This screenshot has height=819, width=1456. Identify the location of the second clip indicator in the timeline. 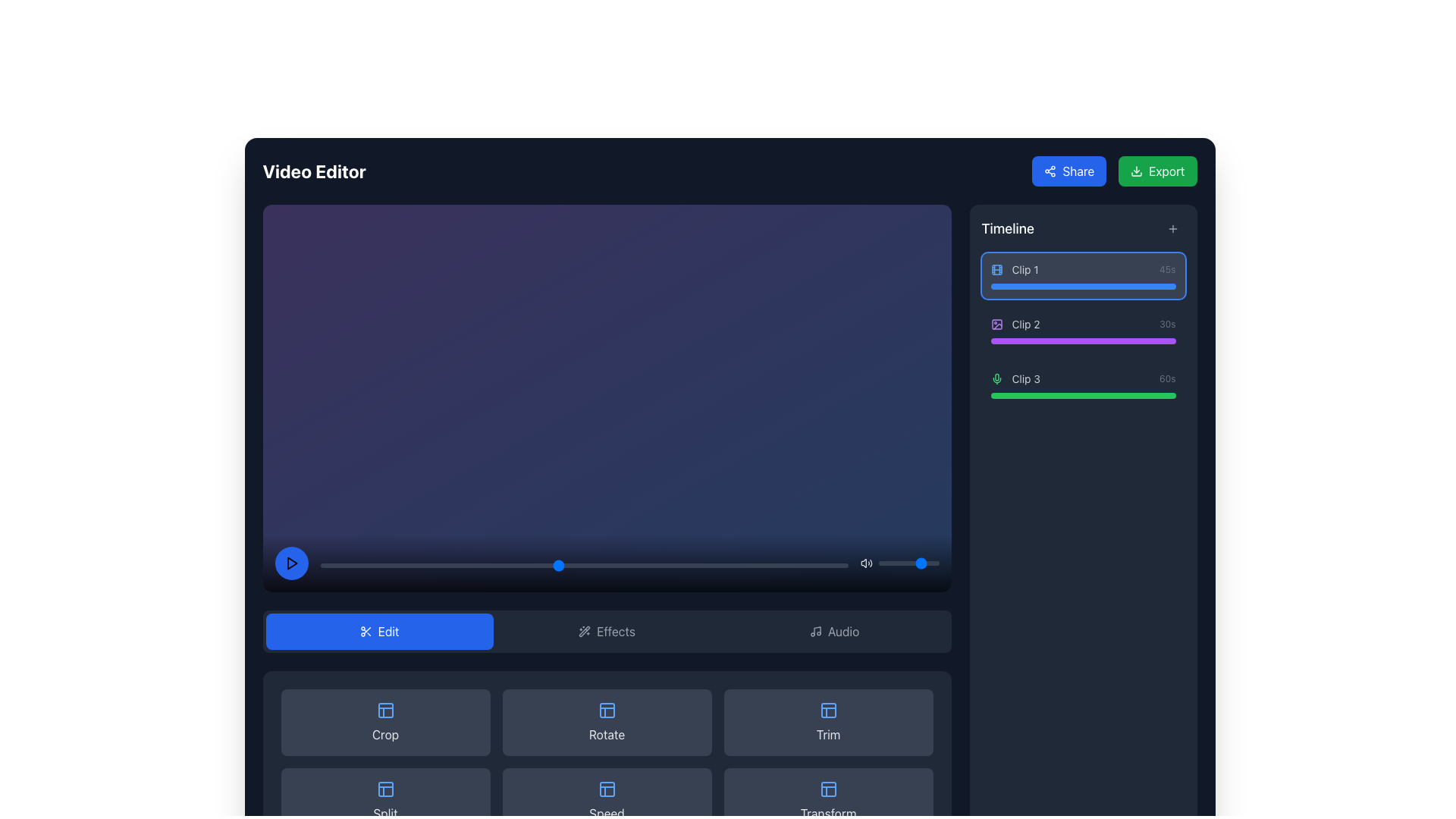
(1082, 329).